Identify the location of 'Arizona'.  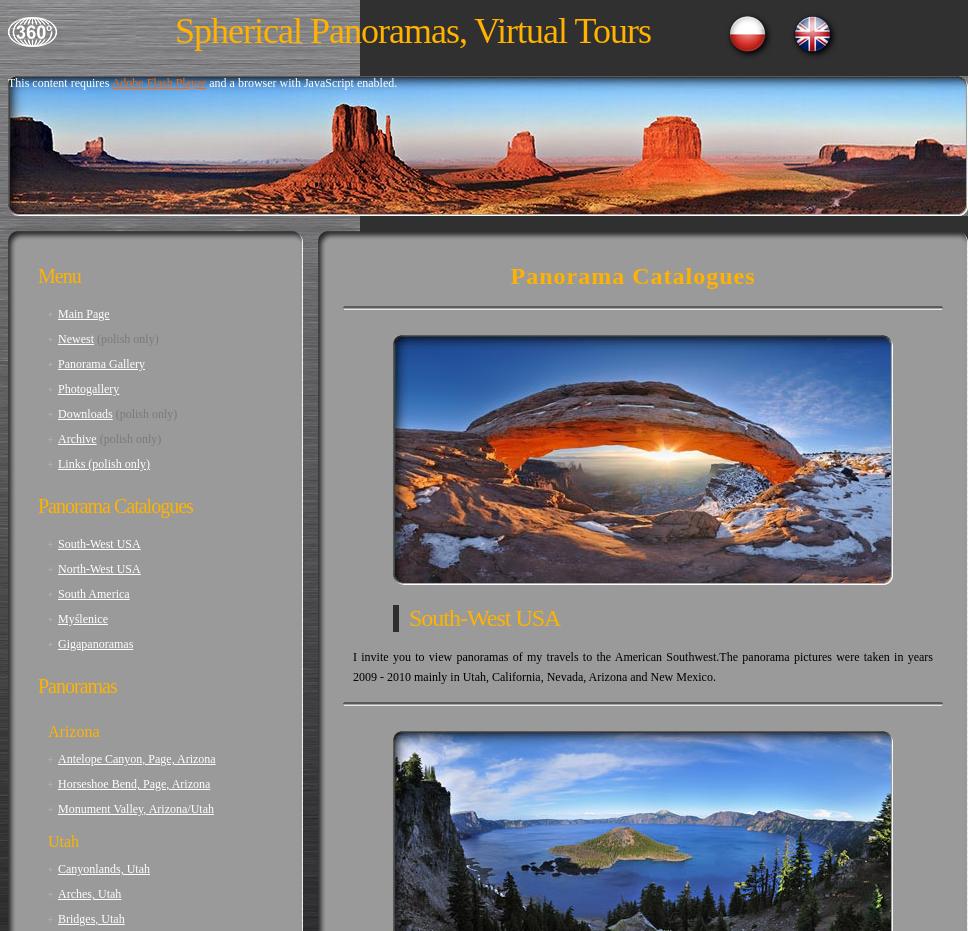
(47, 730).